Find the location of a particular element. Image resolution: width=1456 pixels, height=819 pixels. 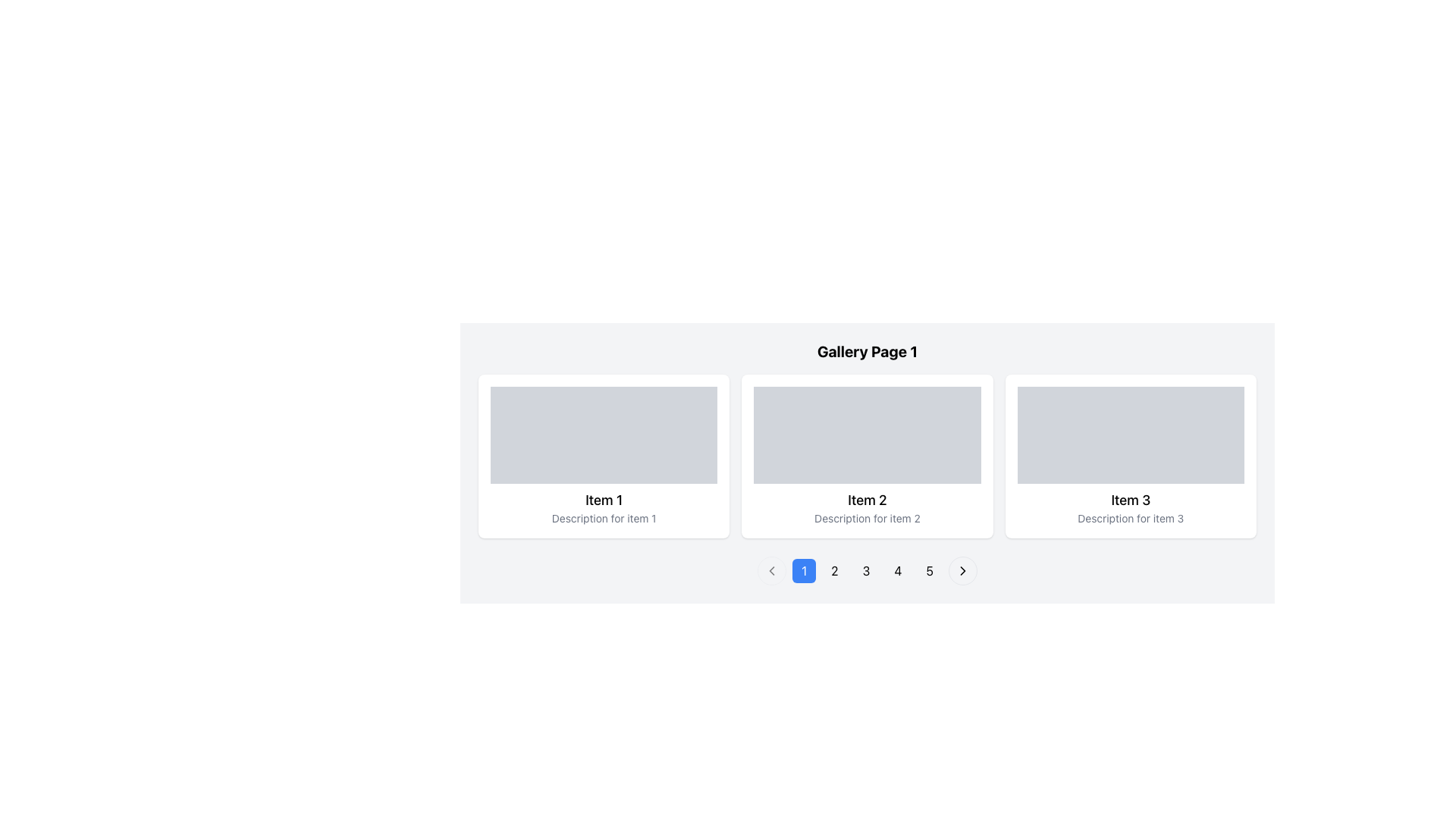

the text label displaying 'Item 1' which is styled in a modern sans-serif font and located in the central lower portion of its card layout, above the description text and below an image placeholder is located at coordinates (603, 500).